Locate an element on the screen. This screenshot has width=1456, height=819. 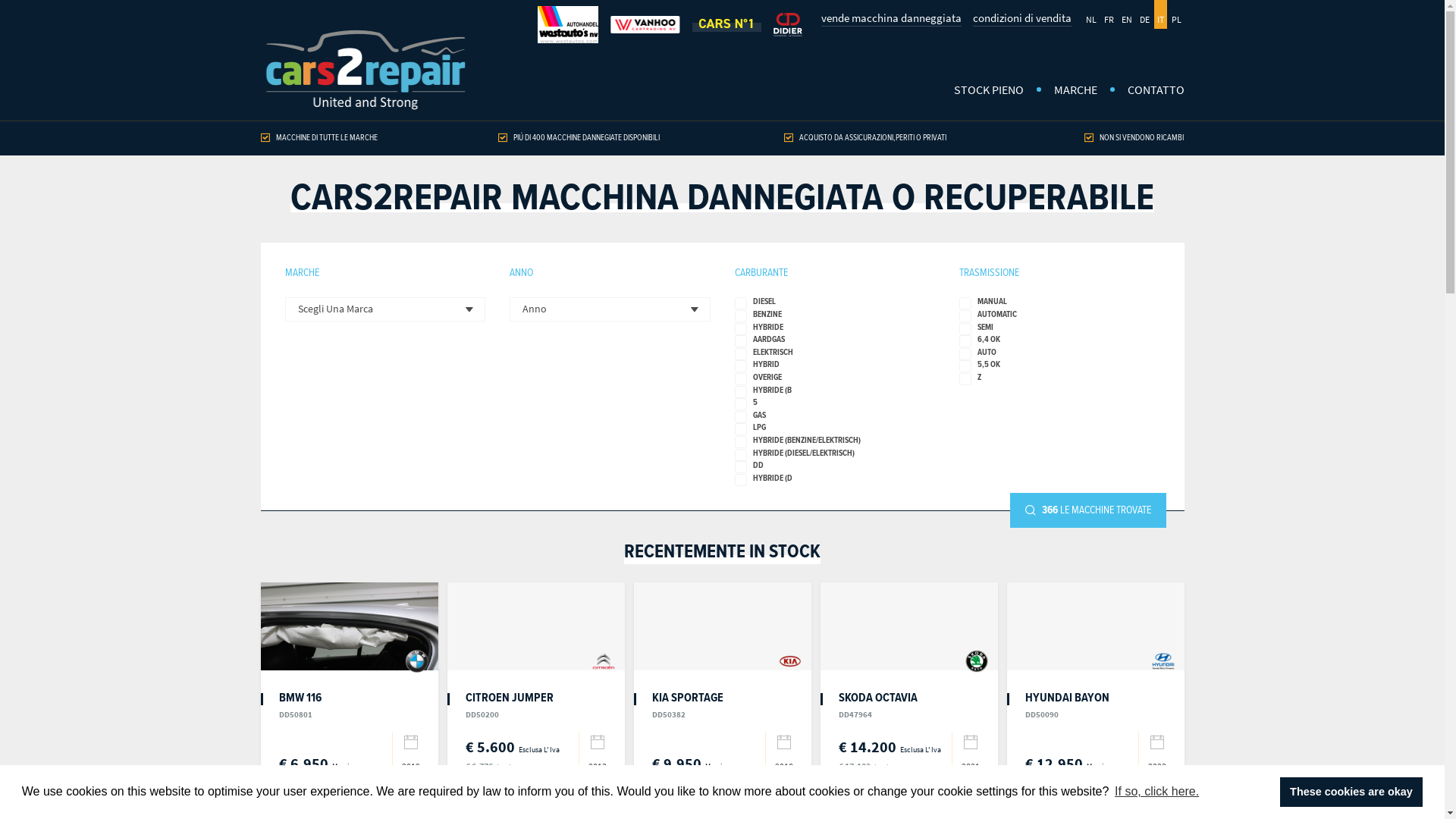
'IT' is located at coordinates (1153, 14).